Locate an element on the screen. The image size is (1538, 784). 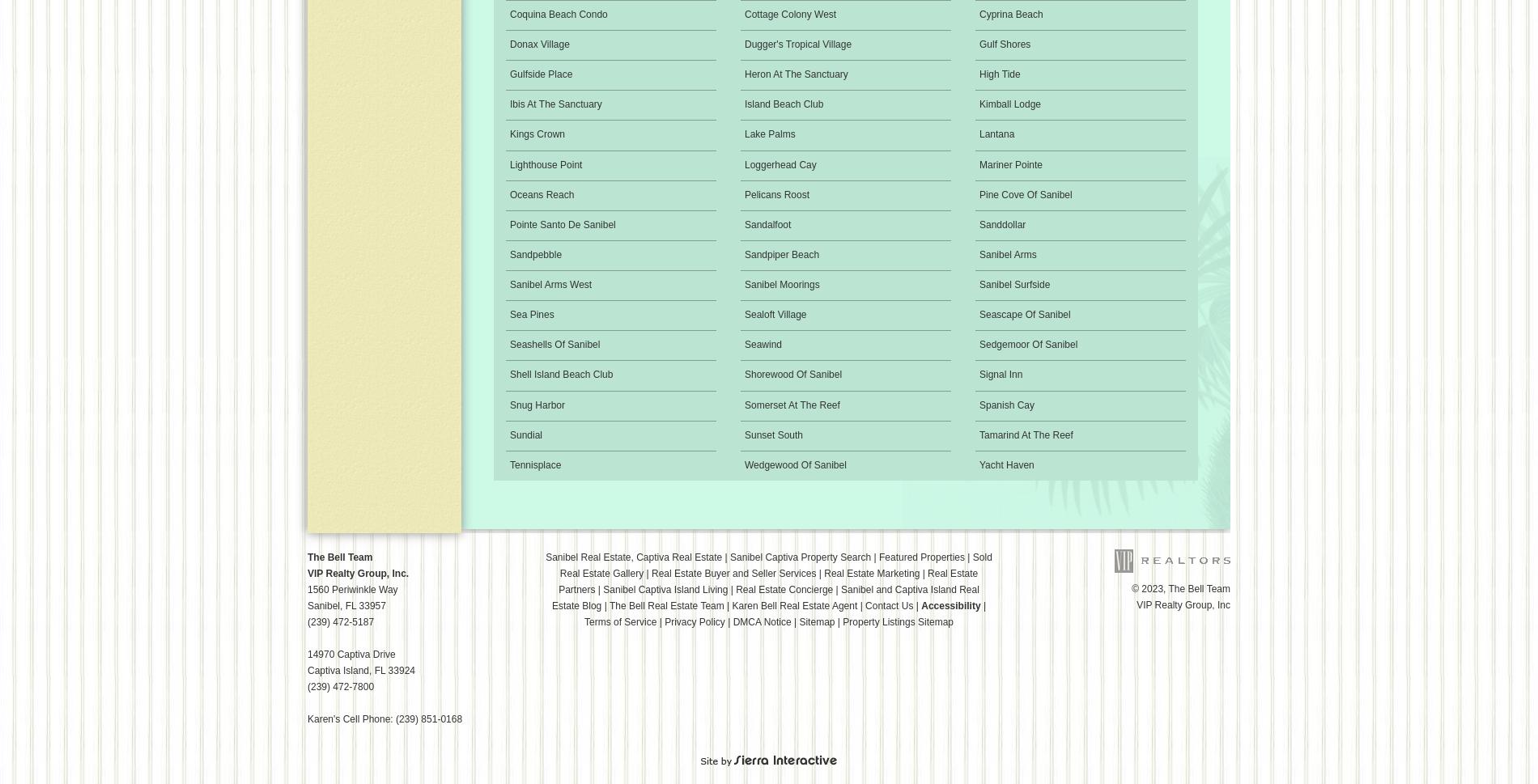
'Sealoft Village' is located at coordinates (775, 314).